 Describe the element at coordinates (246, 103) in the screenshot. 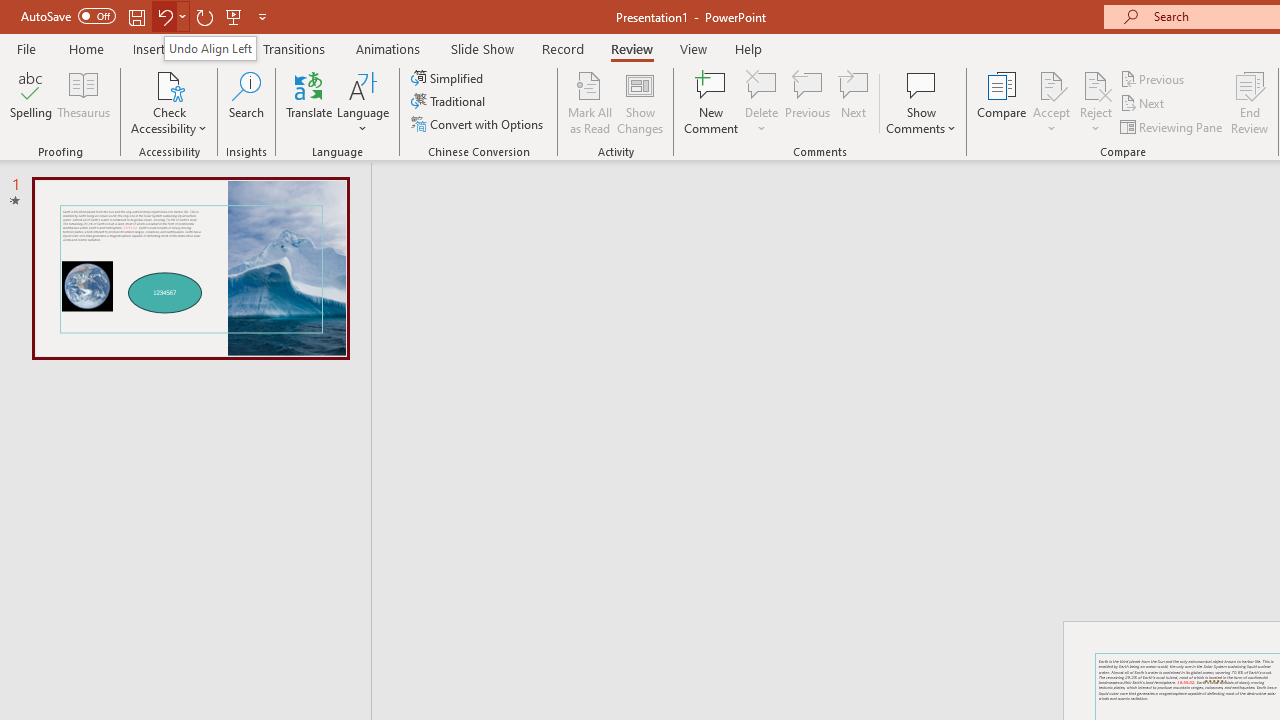

I see `'Search'` at that location.